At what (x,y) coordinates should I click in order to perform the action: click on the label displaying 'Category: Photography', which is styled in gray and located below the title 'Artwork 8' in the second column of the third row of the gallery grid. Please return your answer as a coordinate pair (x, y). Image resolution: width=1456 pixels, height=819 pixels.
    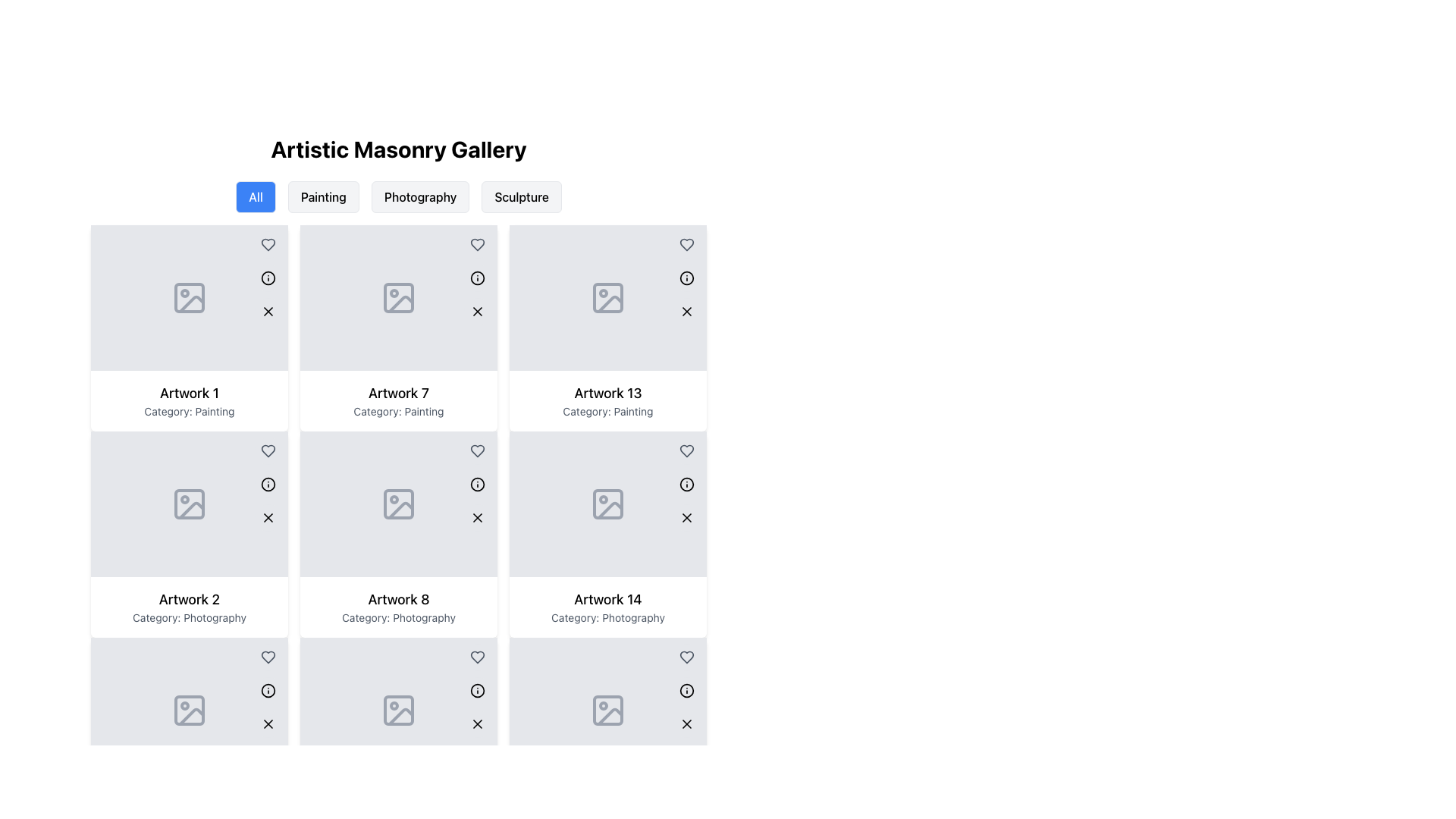
    Looking at the image, I should click on (399, 617).